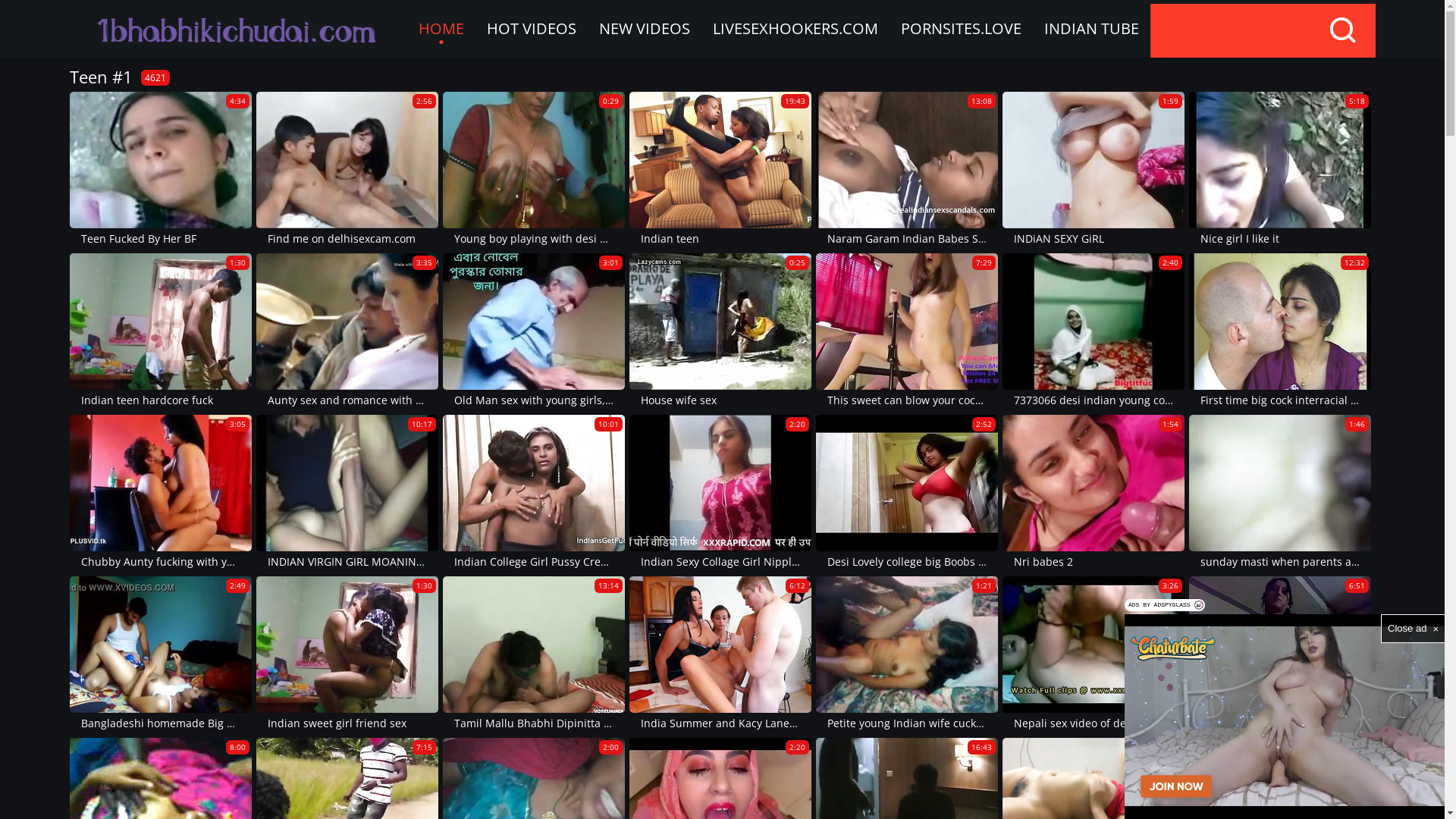 The image size is (1456, 819). Describe the element at coordinates (644, 29) in the screenshot. I see `'NEW VIDEOS'` at that location.